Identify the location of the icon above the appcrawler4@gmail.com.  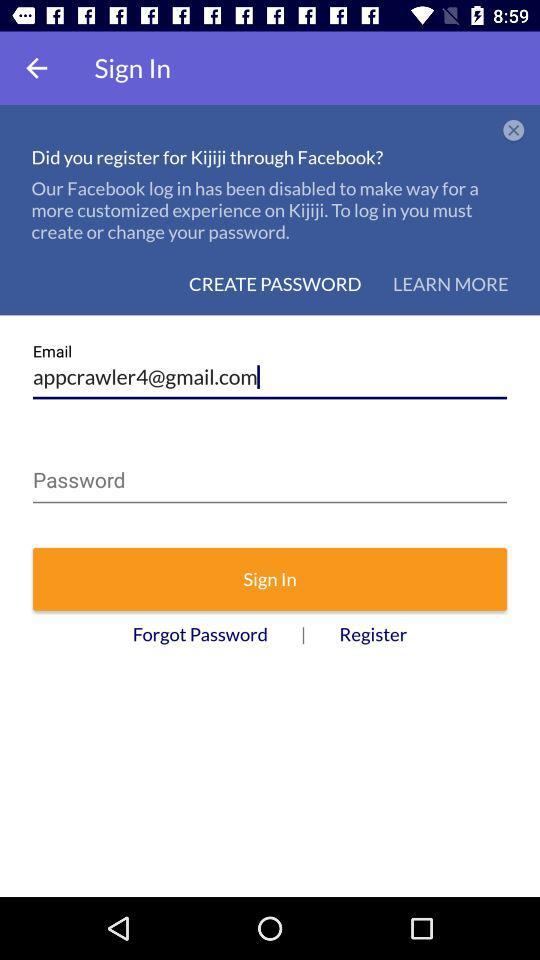
(450, 283).